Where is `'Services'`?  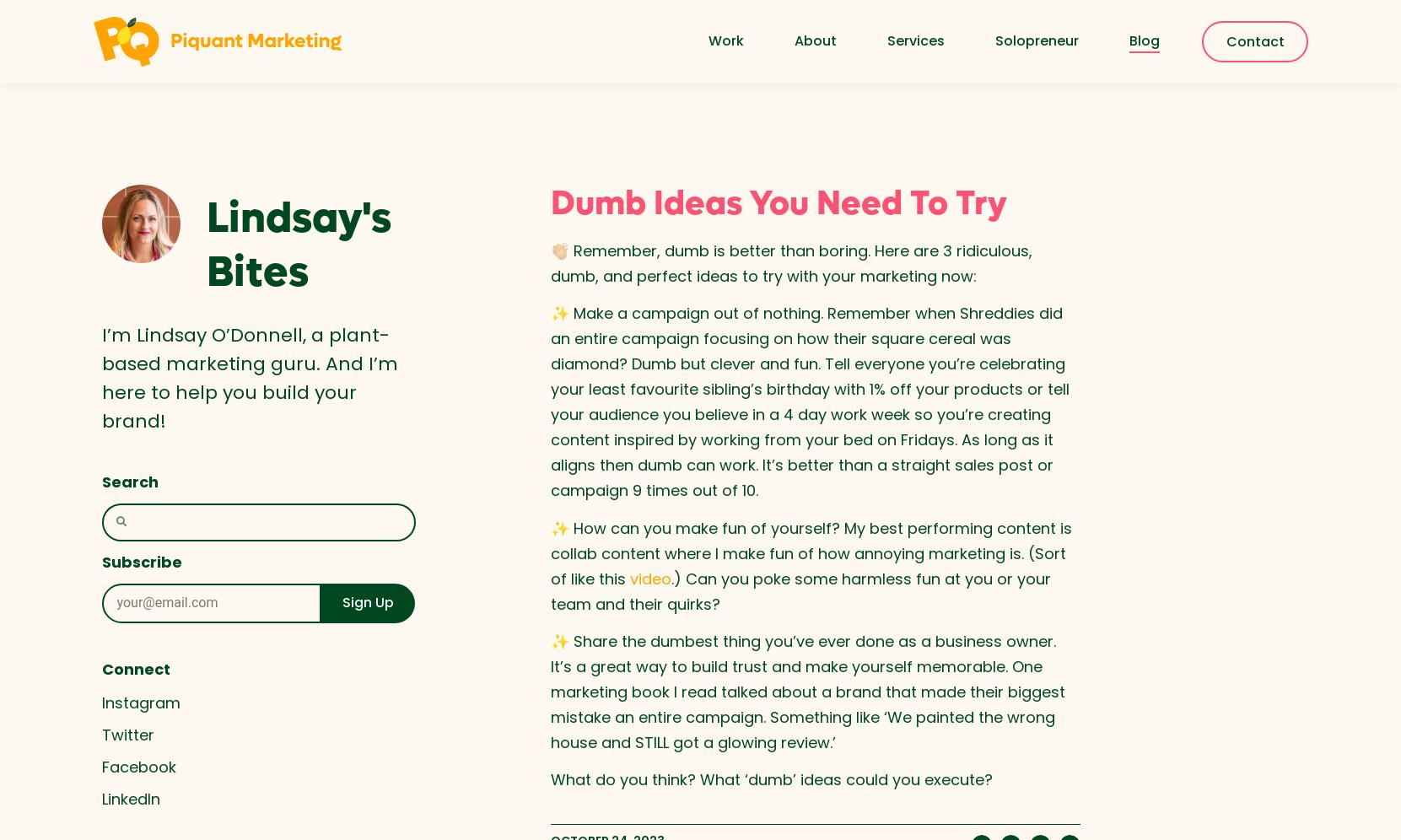
'Services' is located at coordinates (886, 40).